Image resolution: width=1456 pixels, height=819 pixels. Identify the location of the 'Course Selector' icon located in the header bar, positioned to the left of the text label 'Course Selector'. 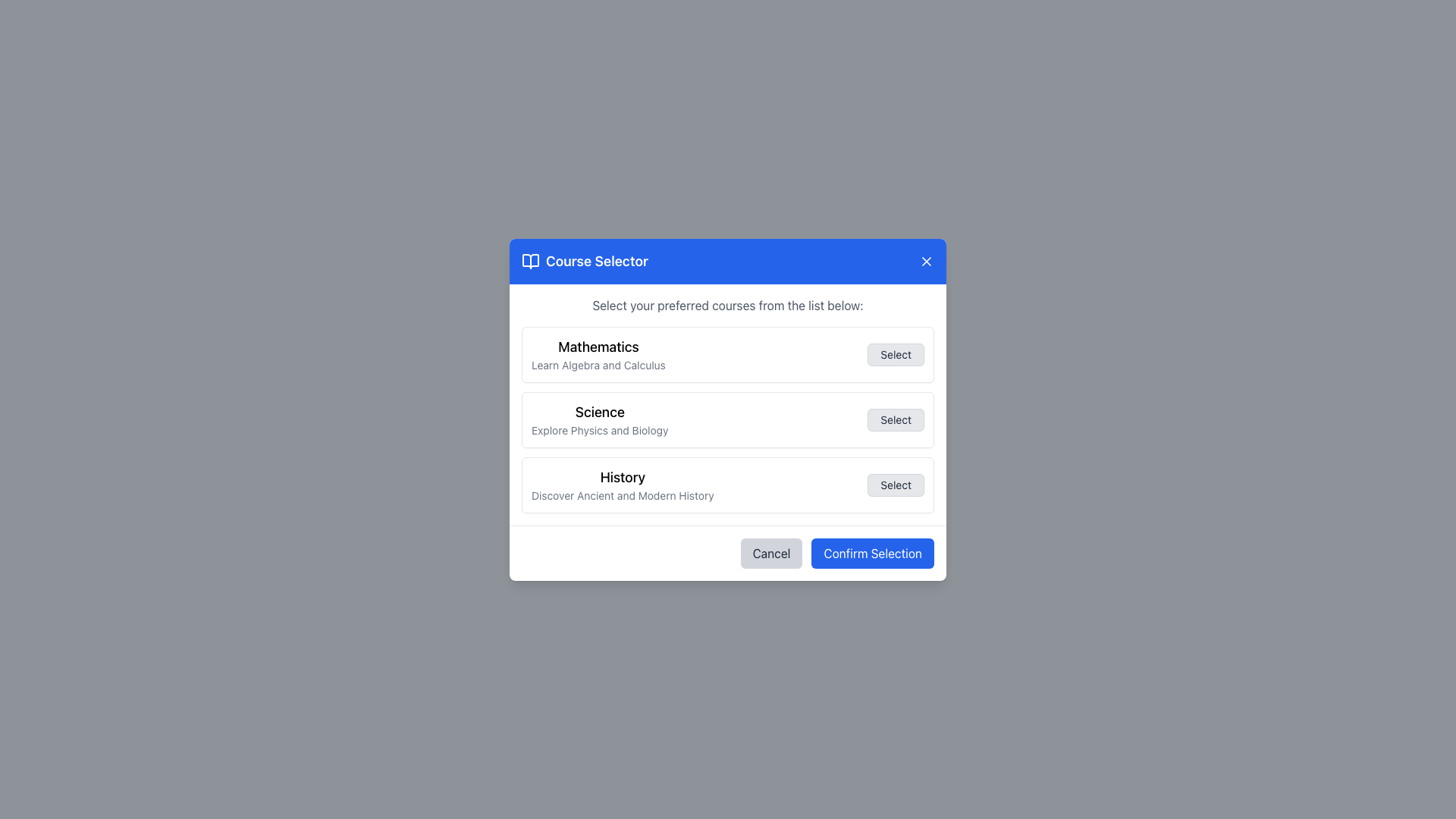
(531, 259).